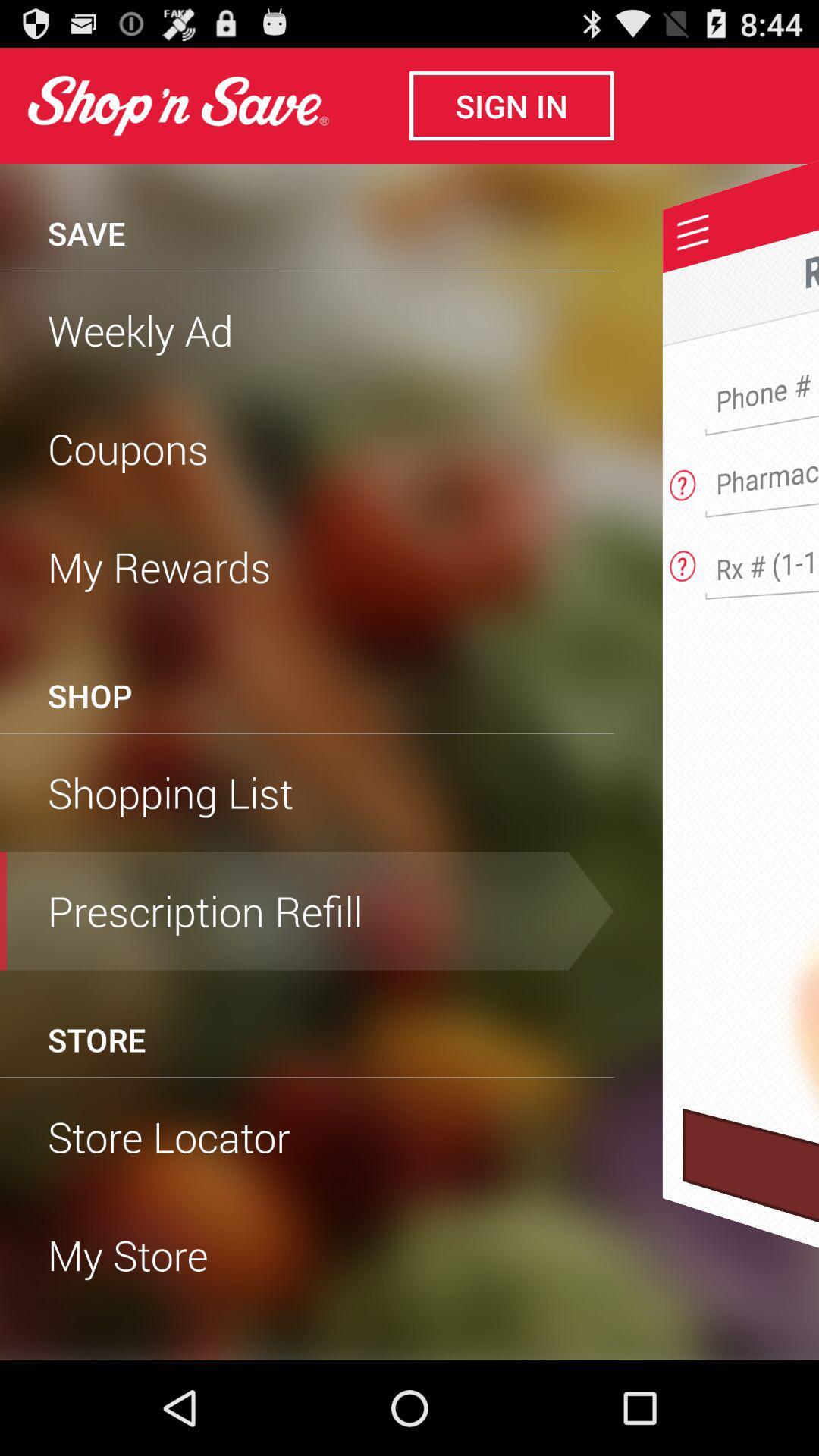 This screenshot has width=819, height=1456. Describe the element at coordinates (307, 447) in the screenshot. I see `the icon below weekly ad` at that location.